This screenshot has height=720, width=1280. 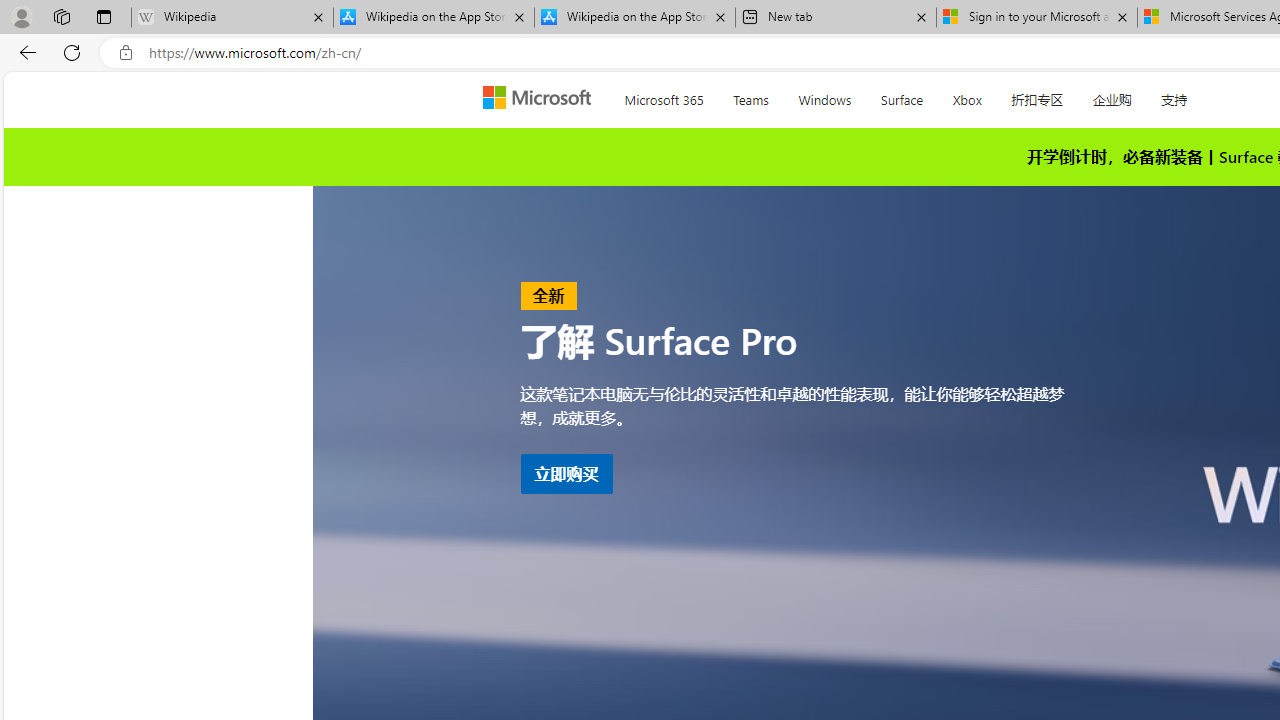 I want to click on 'Surface', so click(x=900, y=96).